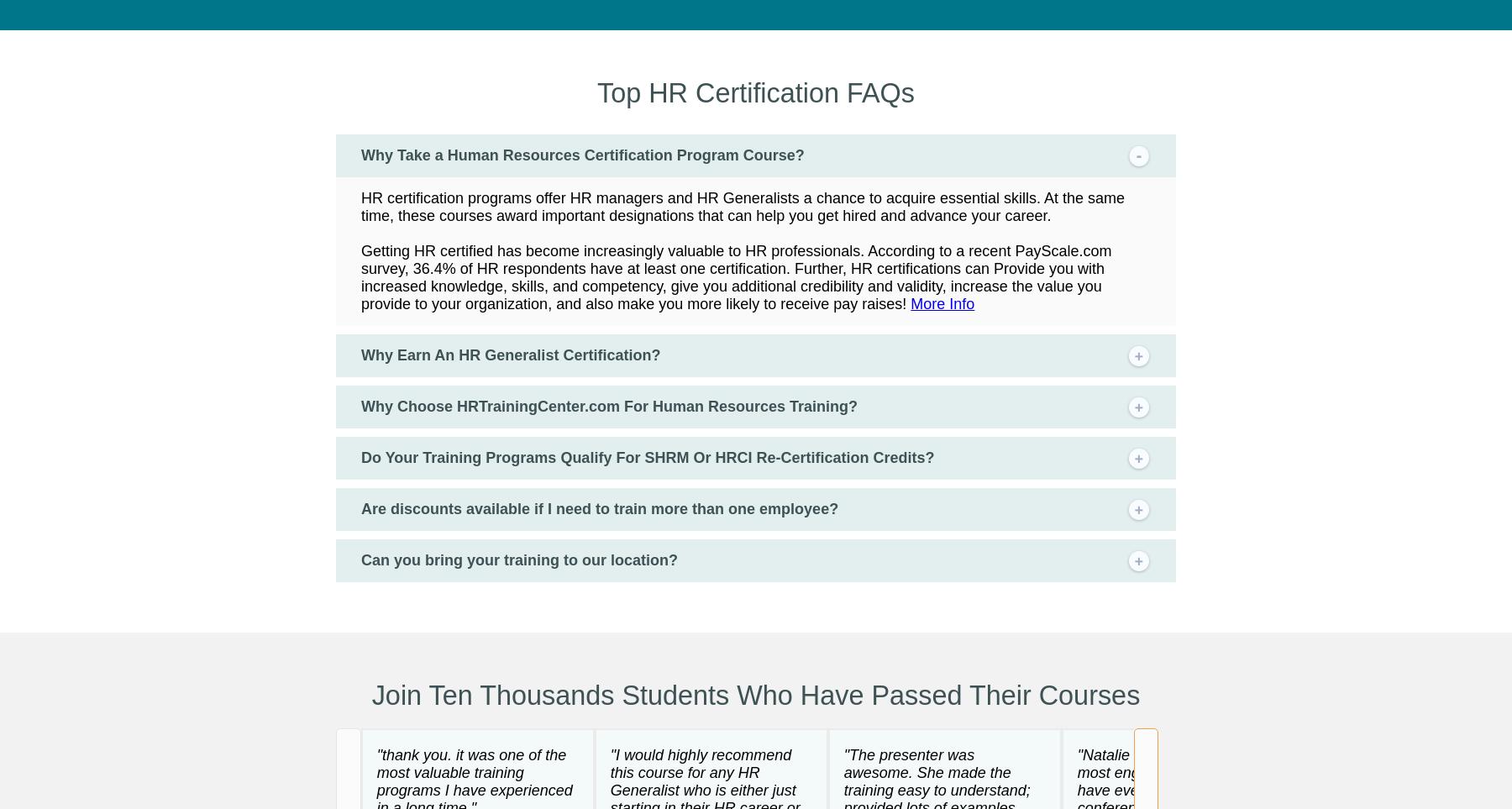  What do you see at coordinates (646, 455) in the screenshot?
I see `'Do Your Training Programs Qualify For SHRM Or HRCI Re-Certification Credits?'` at bounding box center [646, 455].